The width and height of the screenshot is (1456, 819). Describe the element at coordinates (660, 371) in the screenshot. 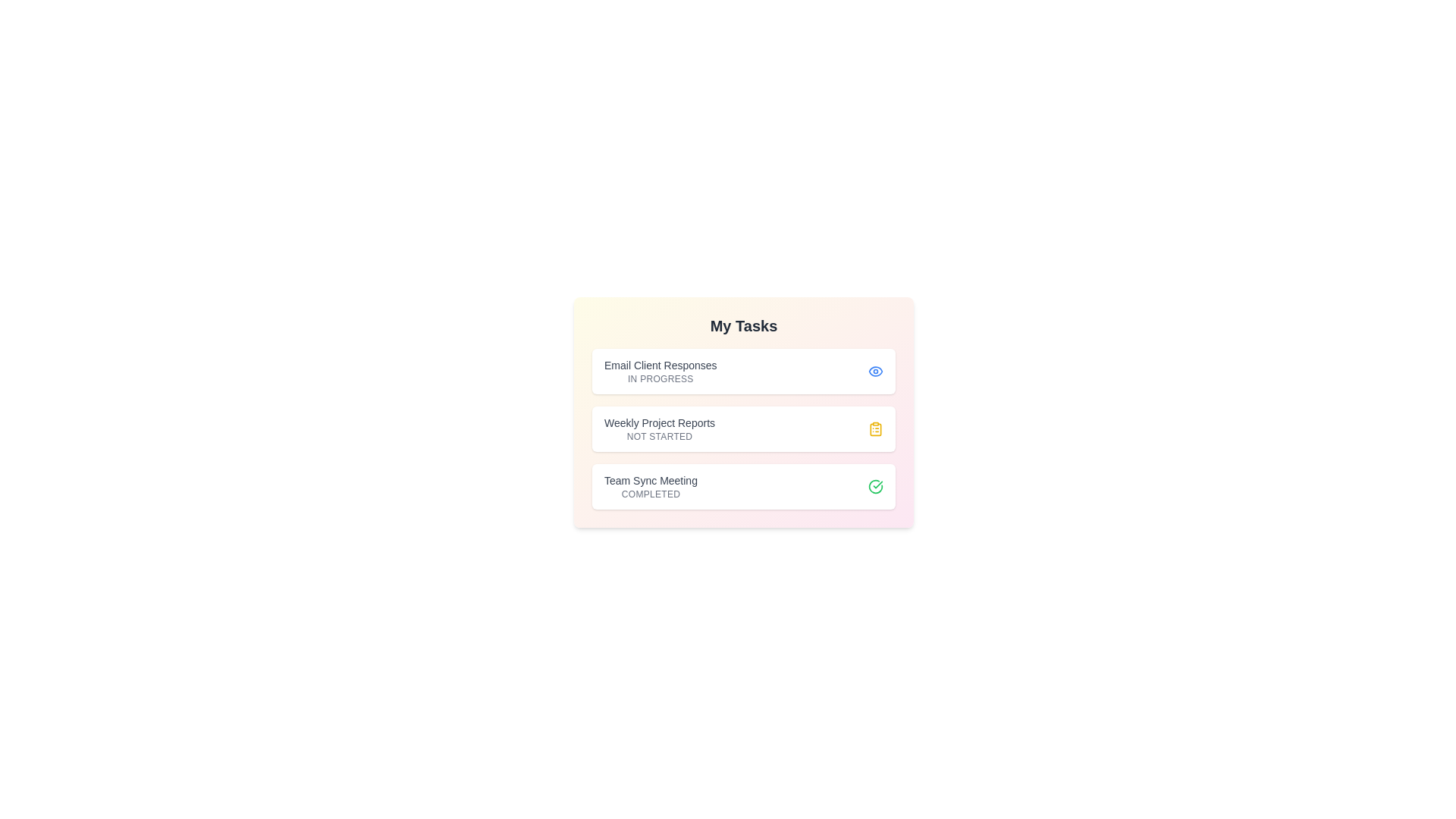

I see `the task name to view its details. The task to click is specified by the parameter Email Client Responses` at that location.